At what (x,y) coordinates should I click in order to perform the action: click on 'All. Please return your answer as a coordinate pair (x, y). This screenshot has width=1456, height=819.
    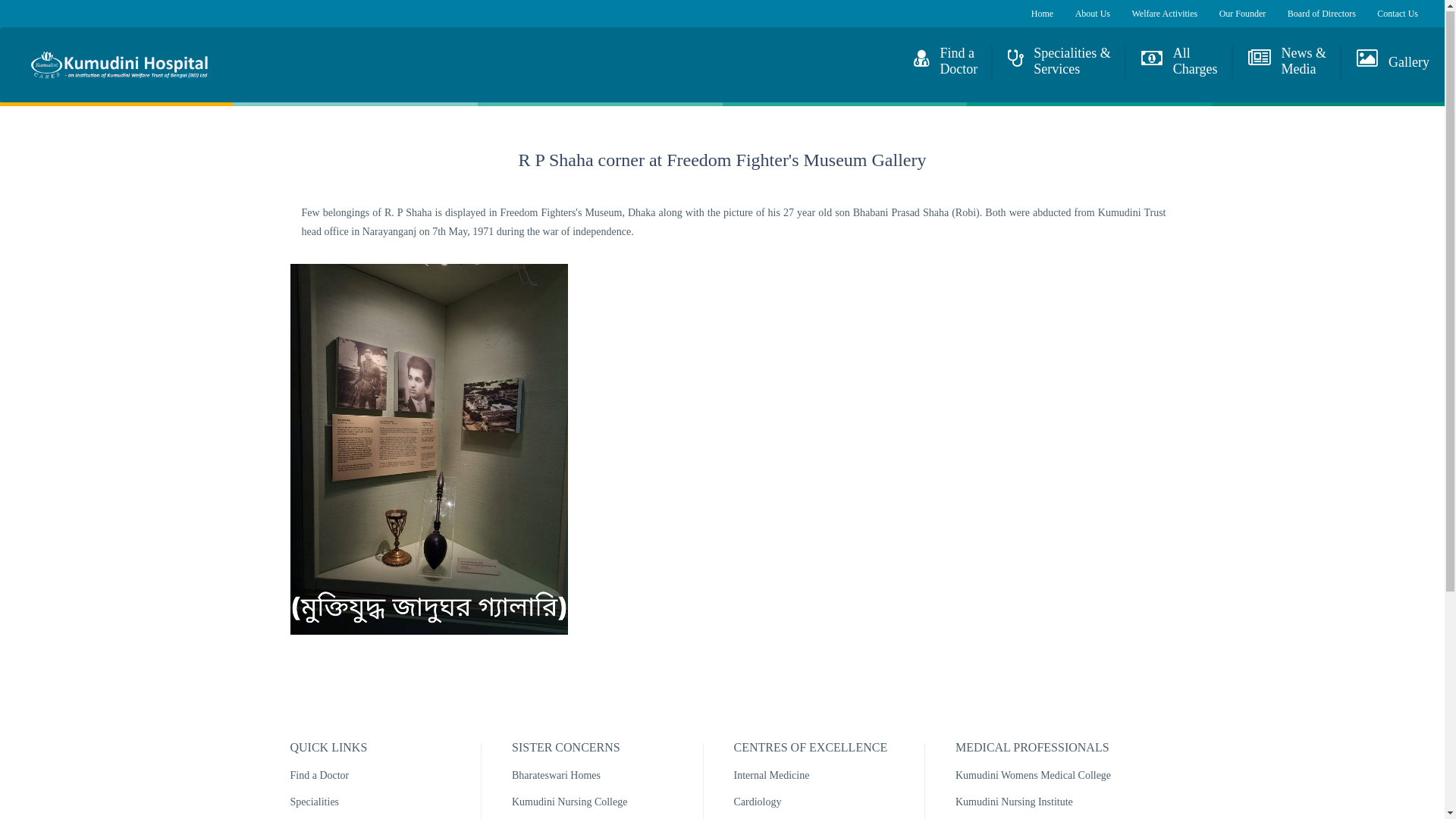
    Looking at the image, I should click on (1178, 62).